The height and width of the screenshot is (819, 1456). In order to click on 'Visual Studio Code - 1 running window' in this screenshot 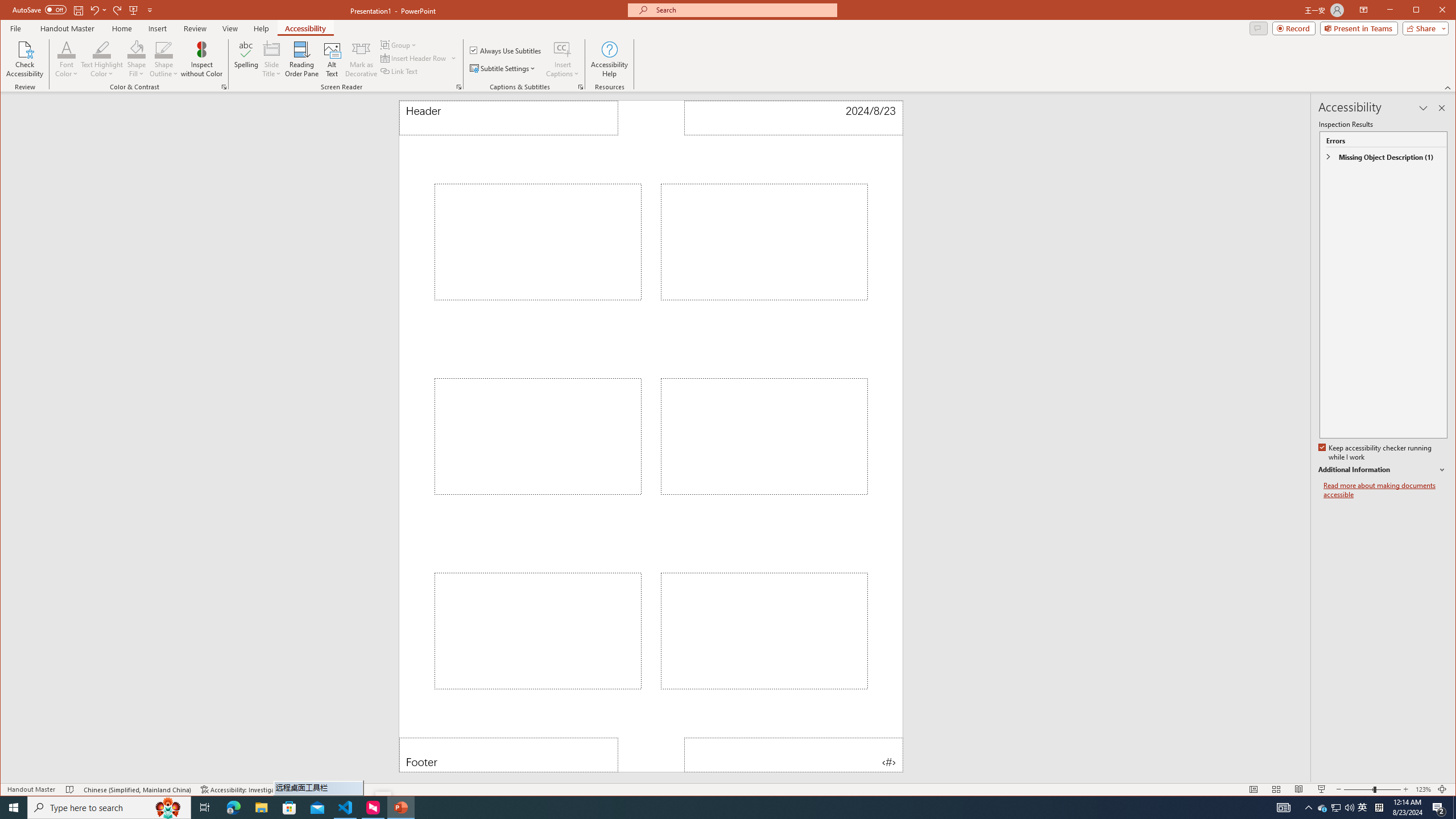, I will do `click(345, 806)`.